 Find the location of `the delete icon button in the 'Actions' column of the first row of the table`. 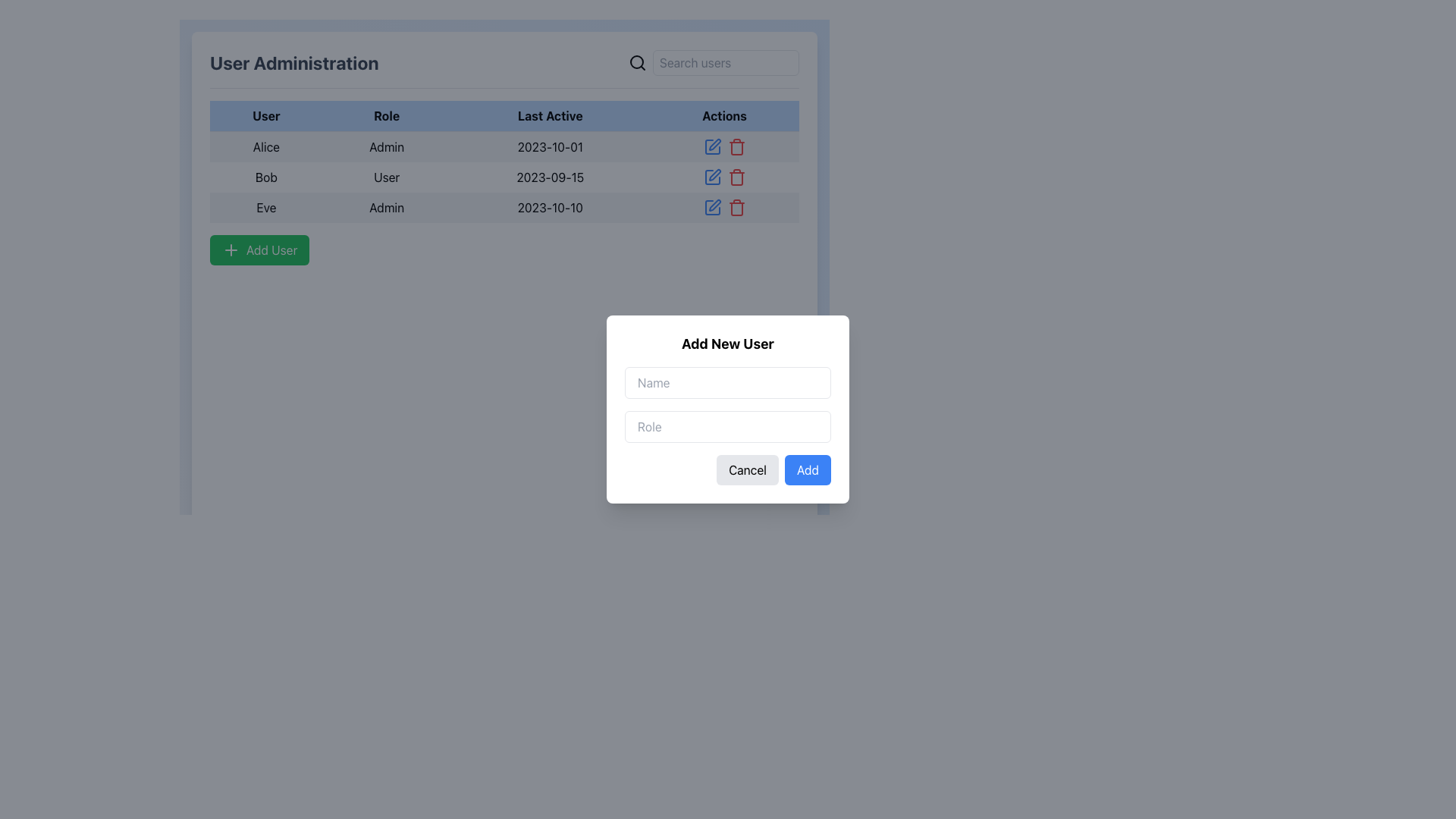

the delete icon button in the 'Actions' column of the first row of the table is located at coordinates (736, 146).